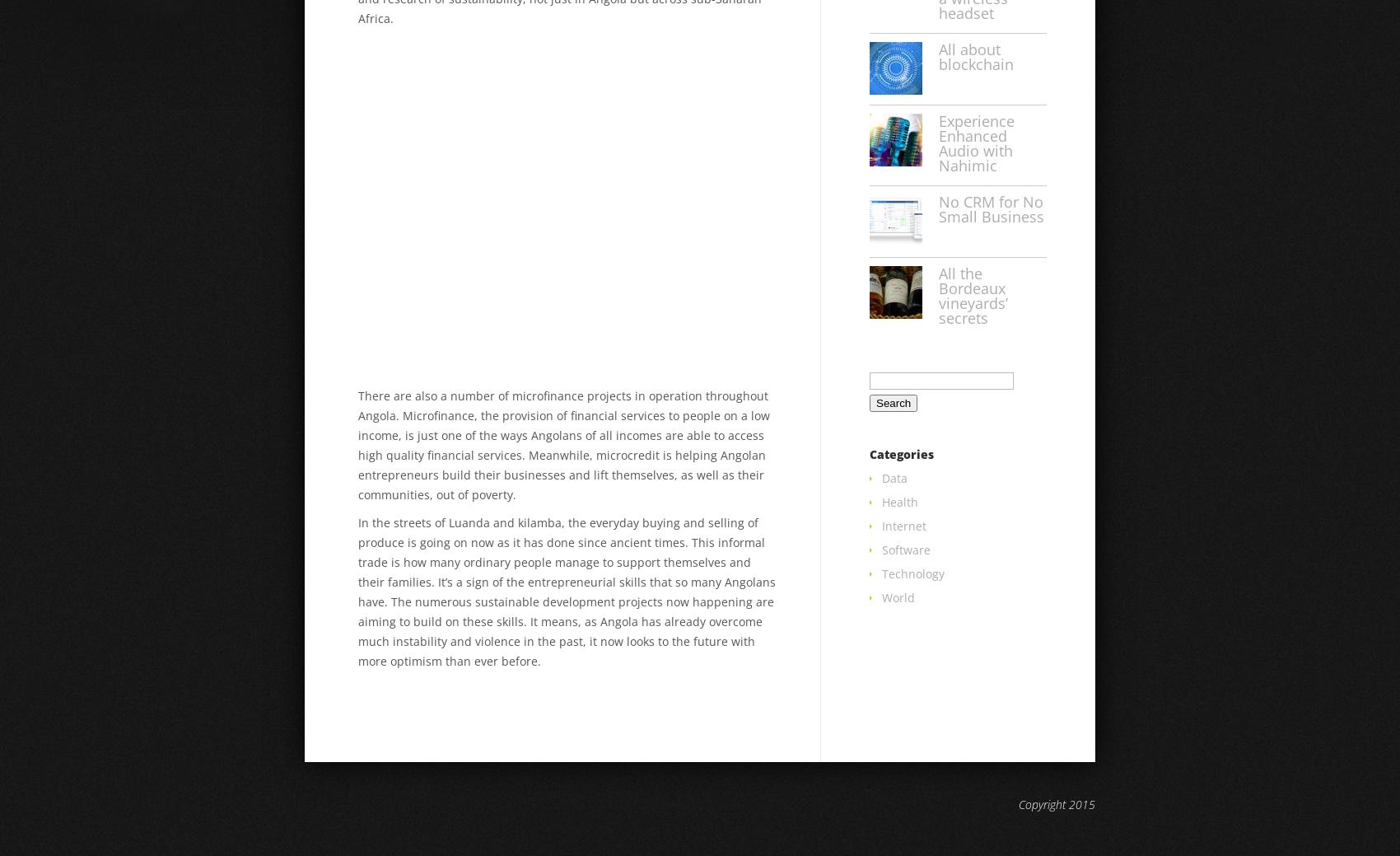 This screenshot has height=856, width=1400. Describe the element at coordinates (973, 294) in the screenshot. I see `'All the Bordeaux vineyards’ secrets'` at that location.